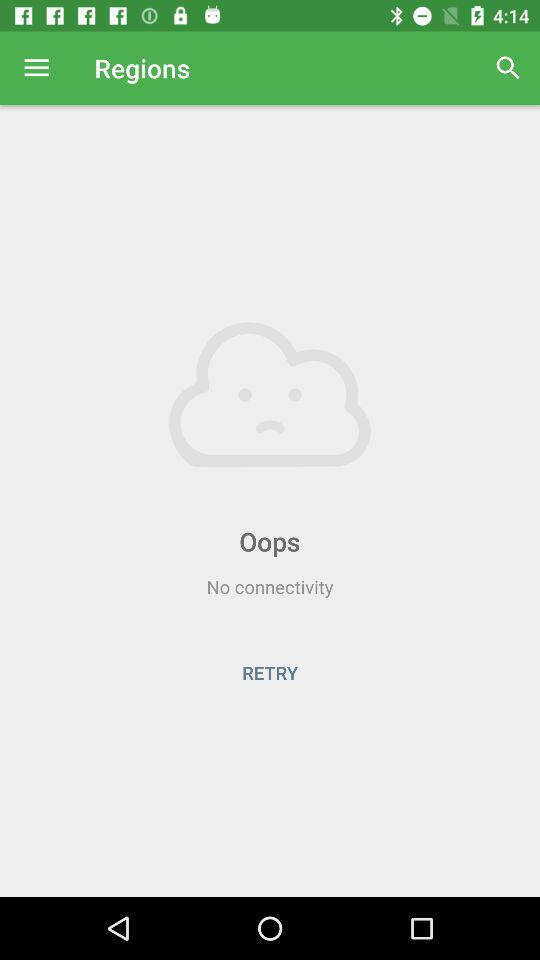 The width and height of the screenshot is (540, 960). Describe the element at coordinates (270, 672) in the screenshot. I see `retry icon` at that location.